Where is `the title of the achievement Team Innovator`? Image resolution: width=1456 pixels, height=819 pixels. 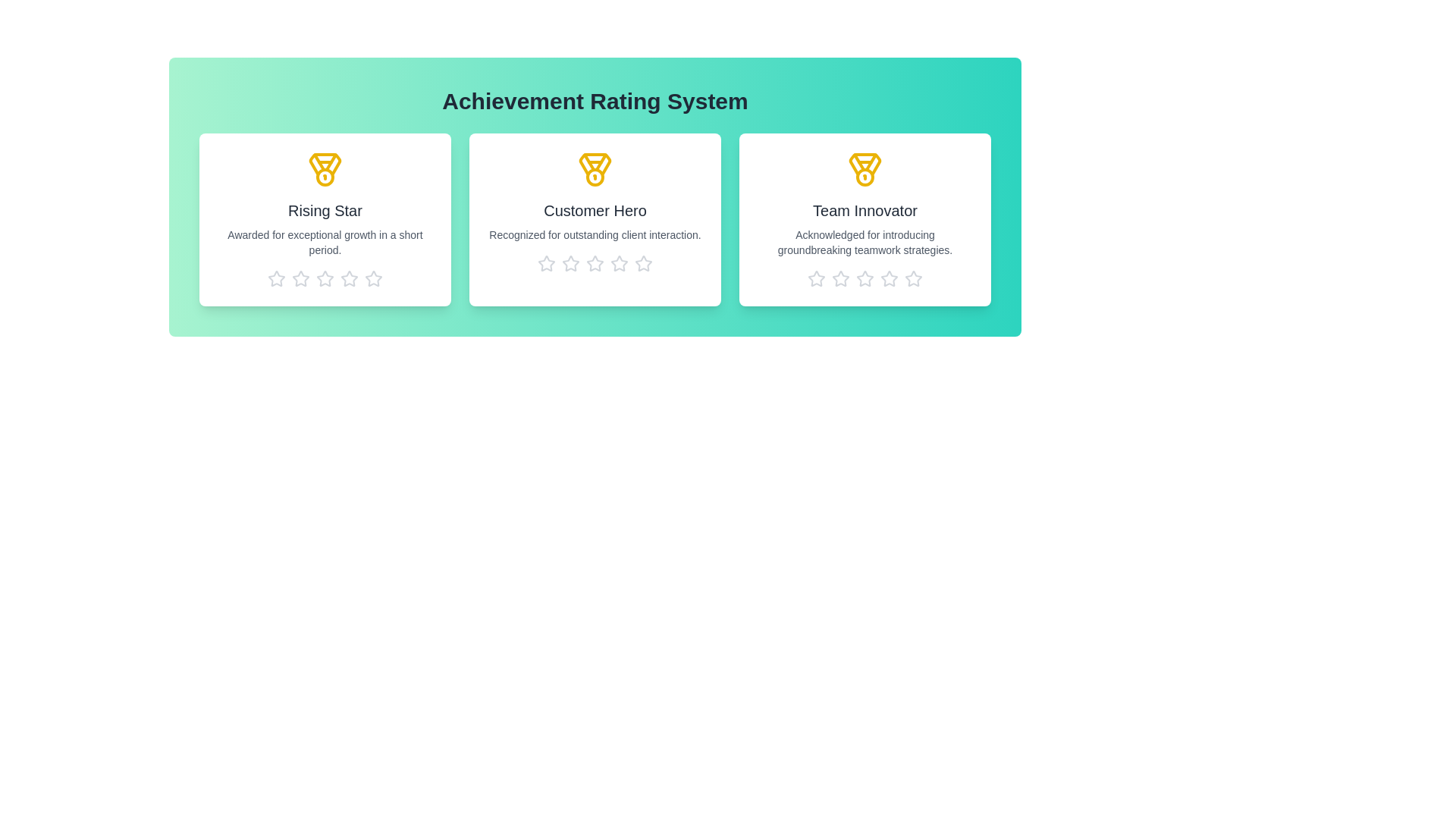
the title of the achievement Team Innovator is located at coordinates (865, 210).